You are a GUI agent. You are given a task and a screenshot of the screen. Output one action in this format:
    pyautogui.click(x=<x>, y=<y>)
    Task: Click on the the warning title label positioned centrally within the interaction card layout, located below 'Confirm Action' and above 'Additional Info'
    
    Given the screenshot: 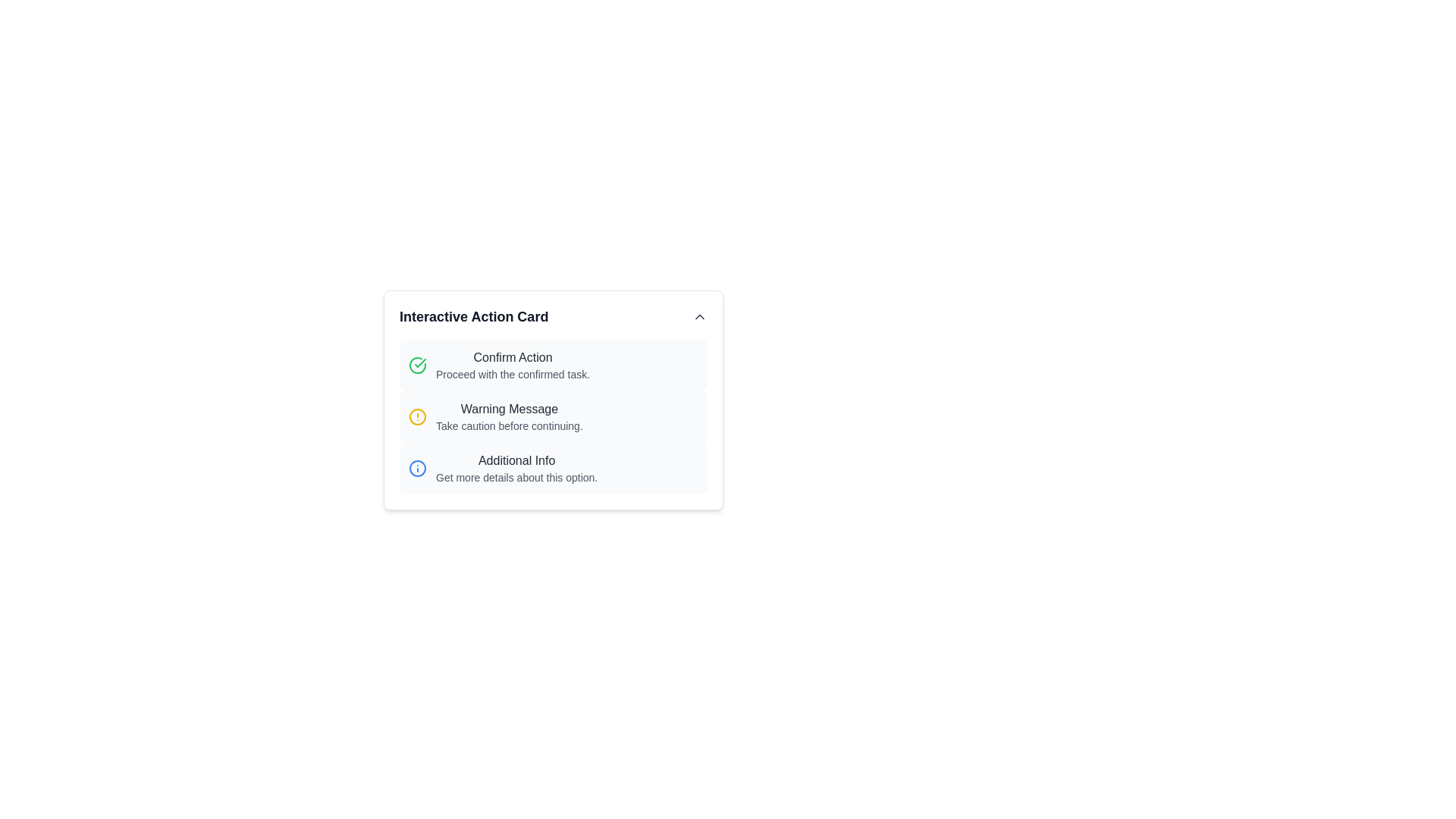 What is the action you would take?
    pyautogui.click(x=510, y=409)
    